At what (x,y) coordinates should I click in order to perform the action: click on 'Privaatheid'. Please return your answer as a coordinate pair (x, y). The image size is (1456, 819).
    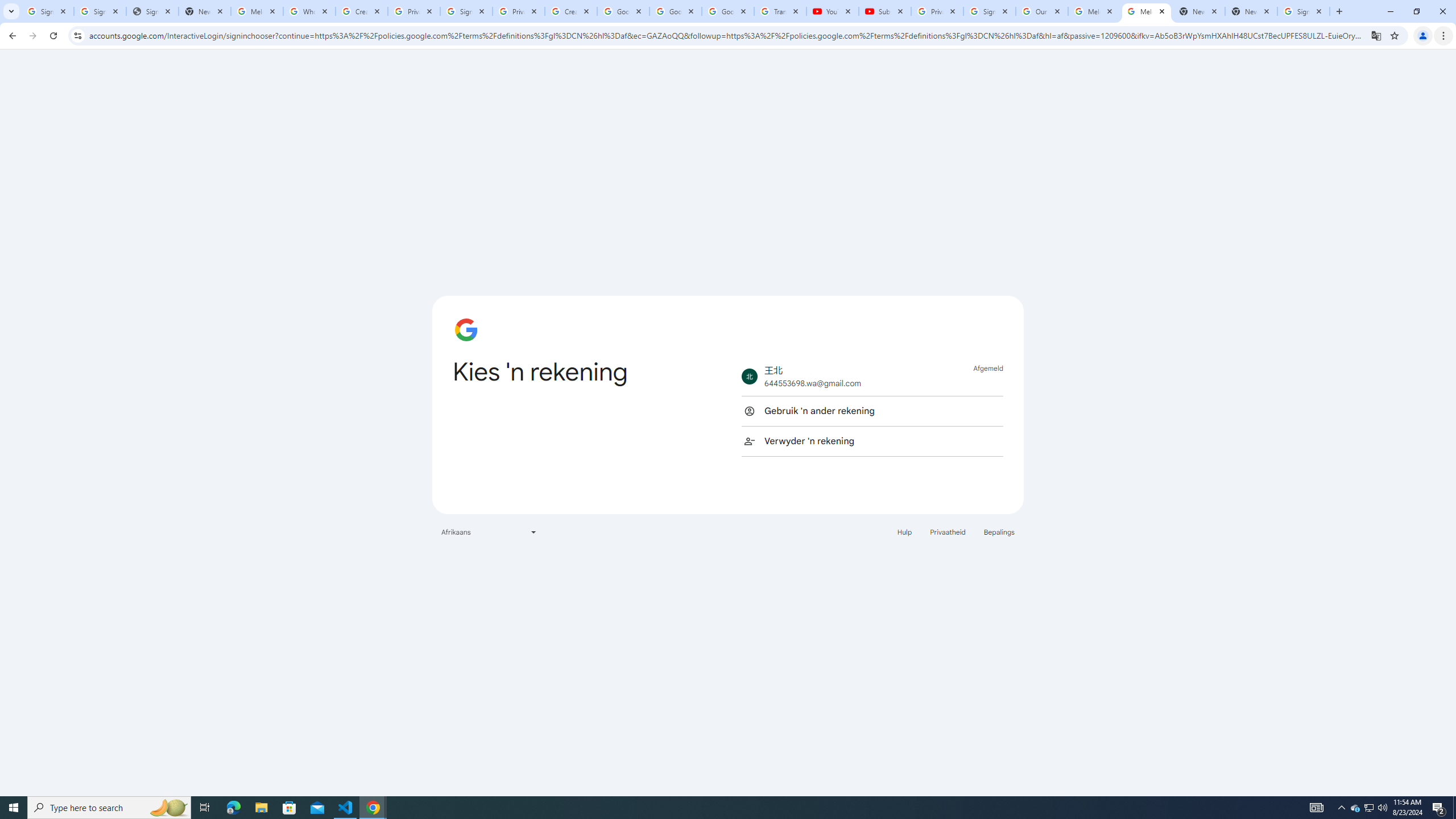
    Looking at the image, I should click on (948, 531).